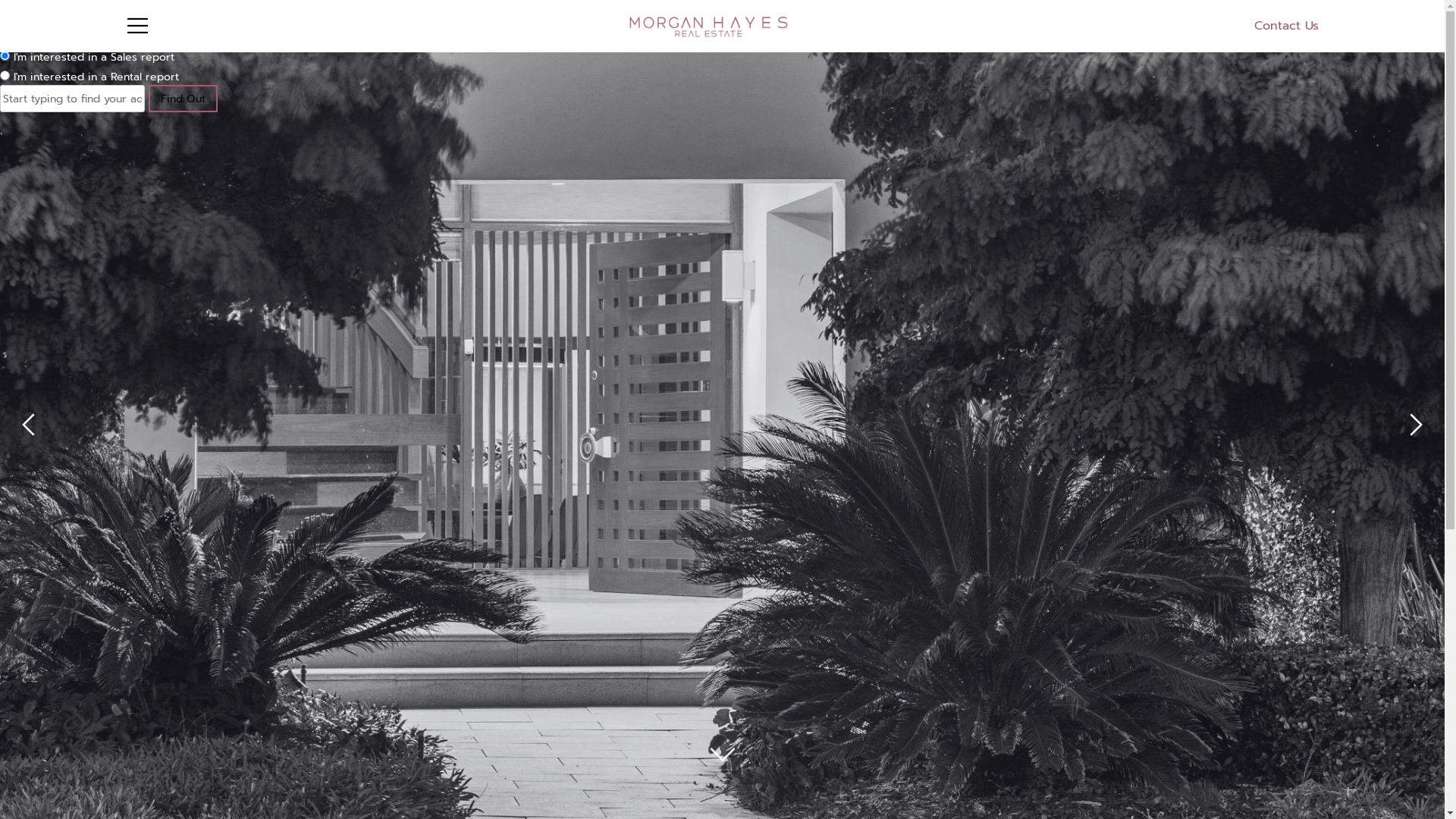 The image size is (1456, 819). I want to click on 'Contact Us', so click(1254, 26).